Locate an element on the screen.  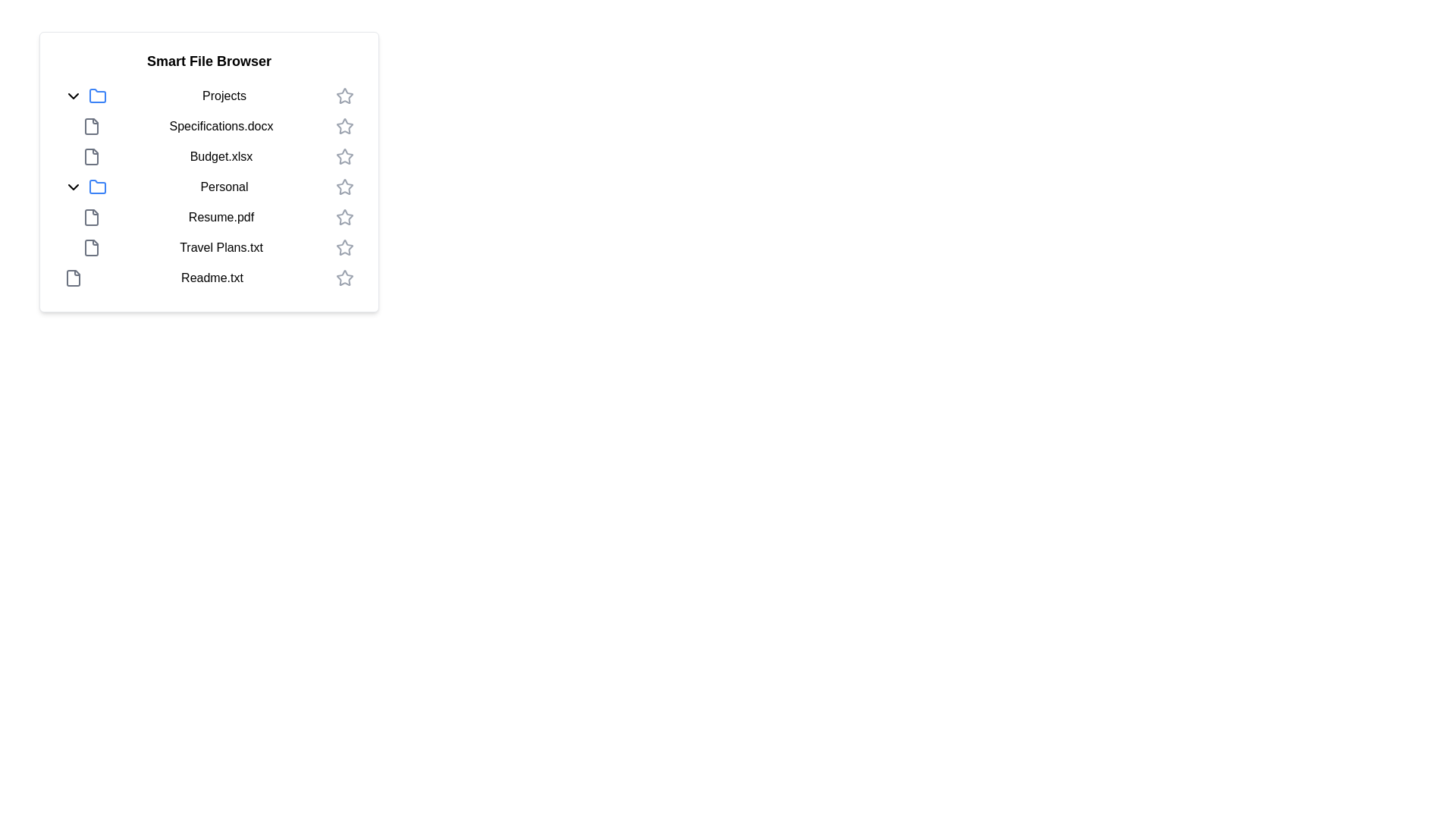
the file icon with a stylized folded corner, located to the left of 'Readme.txt' in the file browser section is located at coordinates (72, 278).